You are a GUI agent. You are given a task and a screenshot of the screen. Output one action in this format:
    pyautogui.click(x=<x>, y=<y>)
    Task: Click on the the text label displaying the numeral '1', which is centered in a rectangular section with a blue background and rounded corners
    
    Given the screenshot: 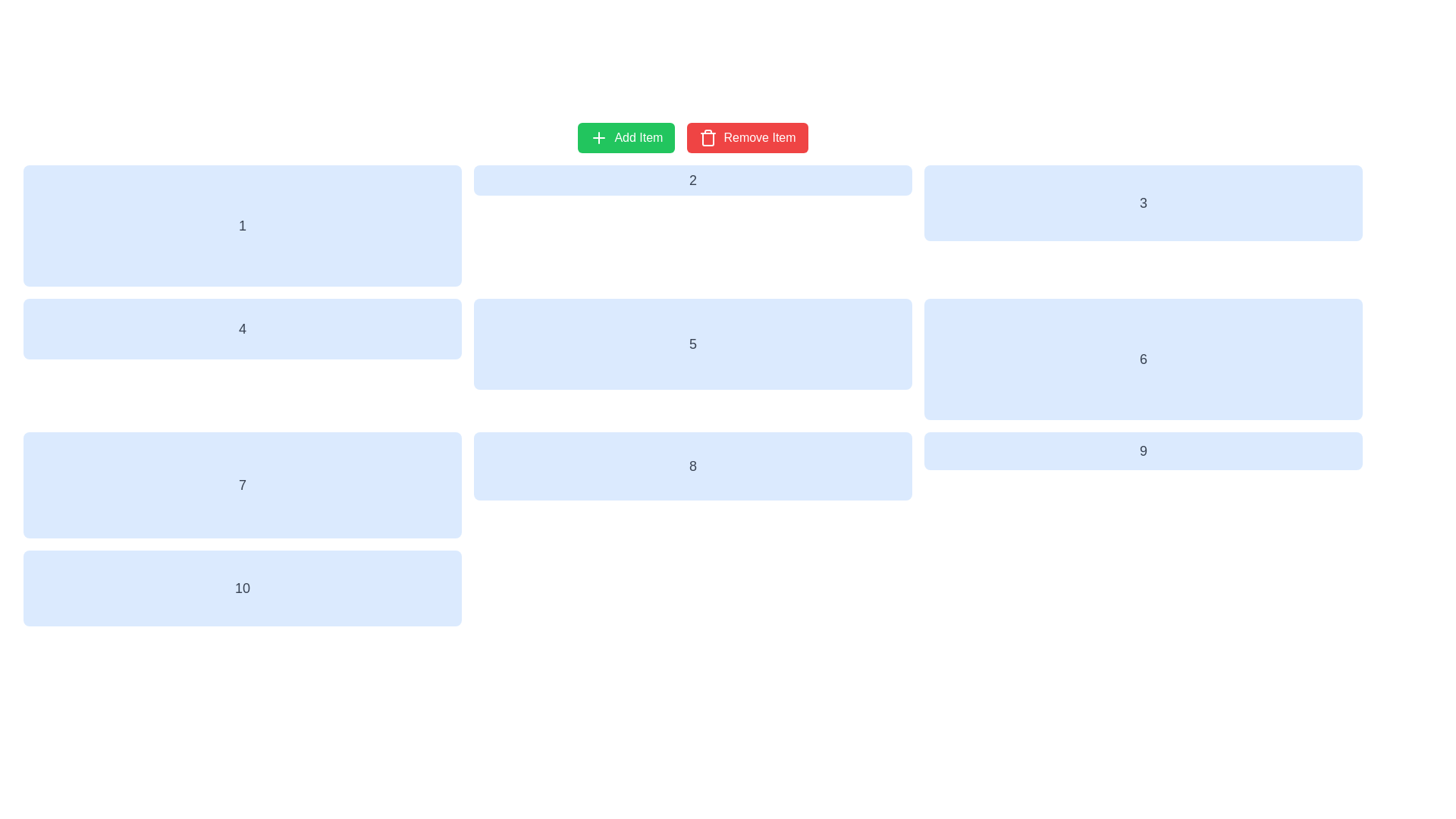 What is the action you would take?
    pyautogui.click(x=243, y=225)
    